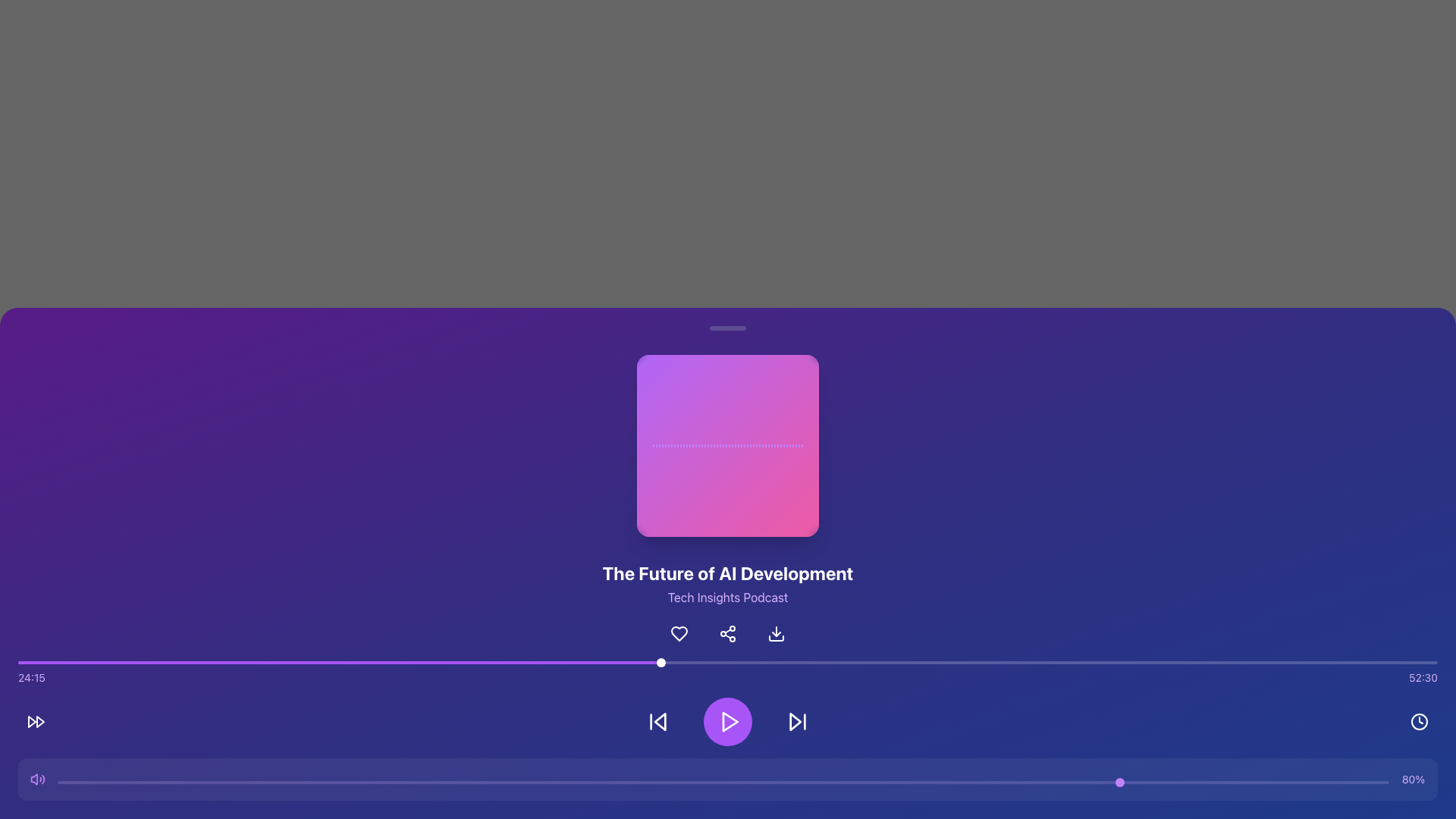 Image resolution: width=1456 pixels, height=819 pixels. Describe the element at coordinates (18, 662) in the screenshot. I see `progress` at that location.